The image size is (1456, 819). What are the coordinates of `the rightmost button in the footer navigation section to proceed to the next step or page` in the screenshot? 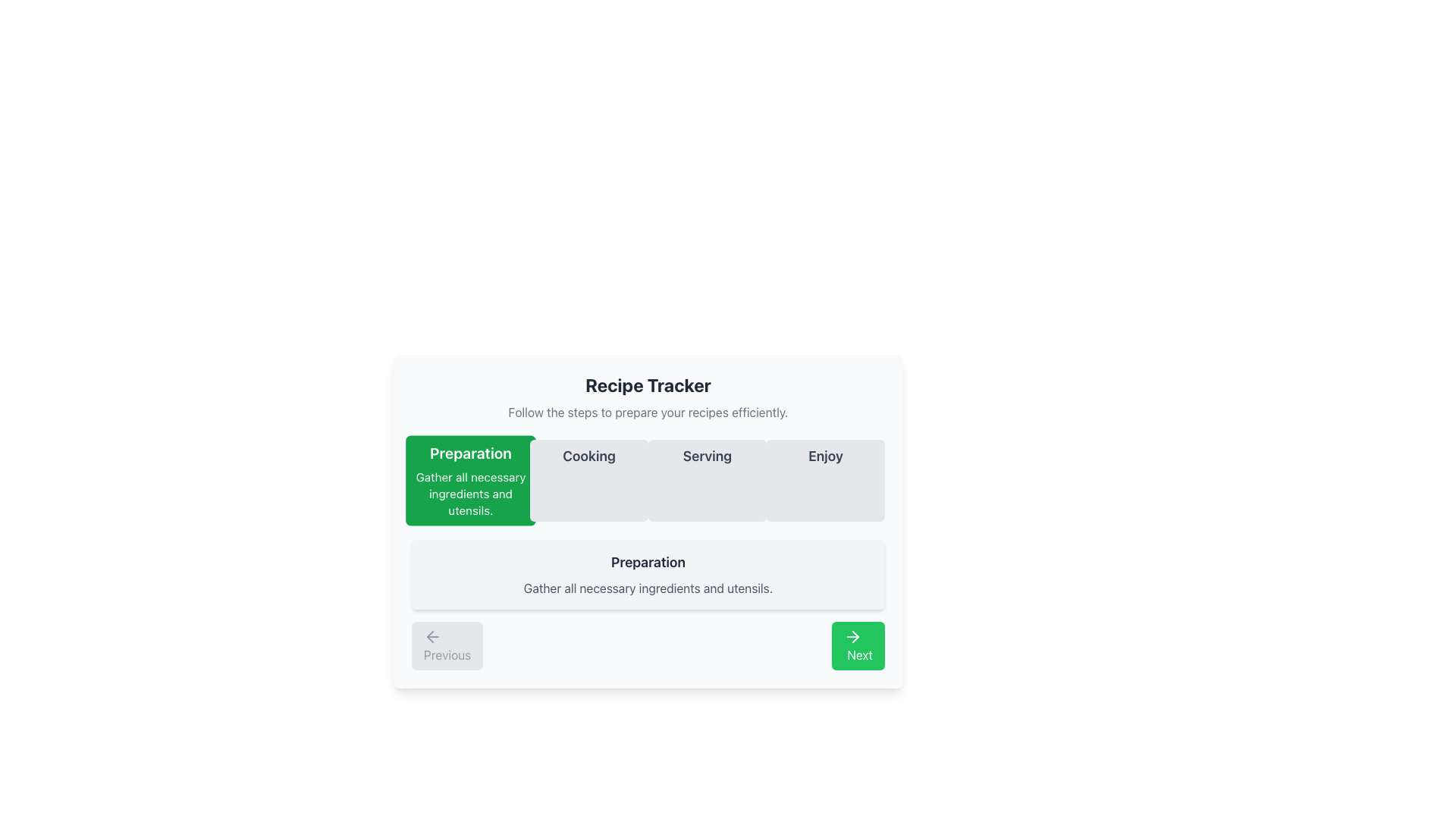 It's located at (858, 646).